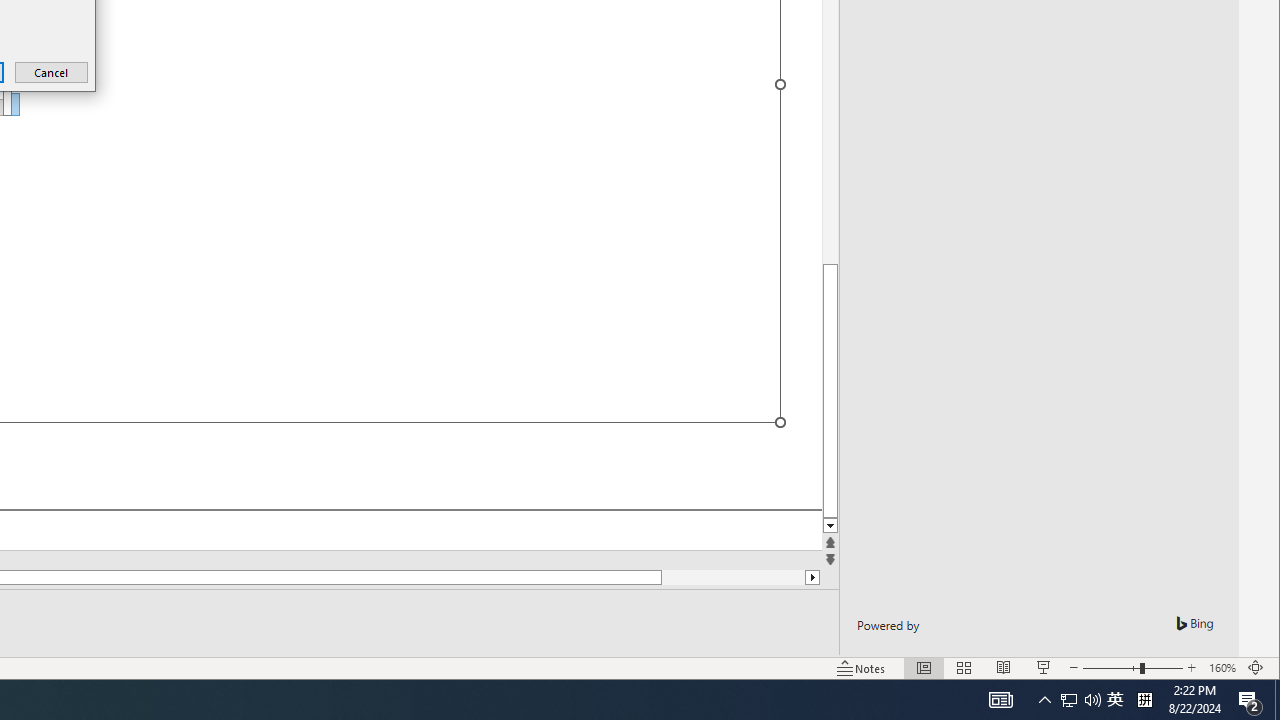 This screenshot has width=1280, height=720. What do you see at coordinates (1221, 668) in the screenshot?
I see `'Zoom 160%'` at bounding box center [1221, 668].